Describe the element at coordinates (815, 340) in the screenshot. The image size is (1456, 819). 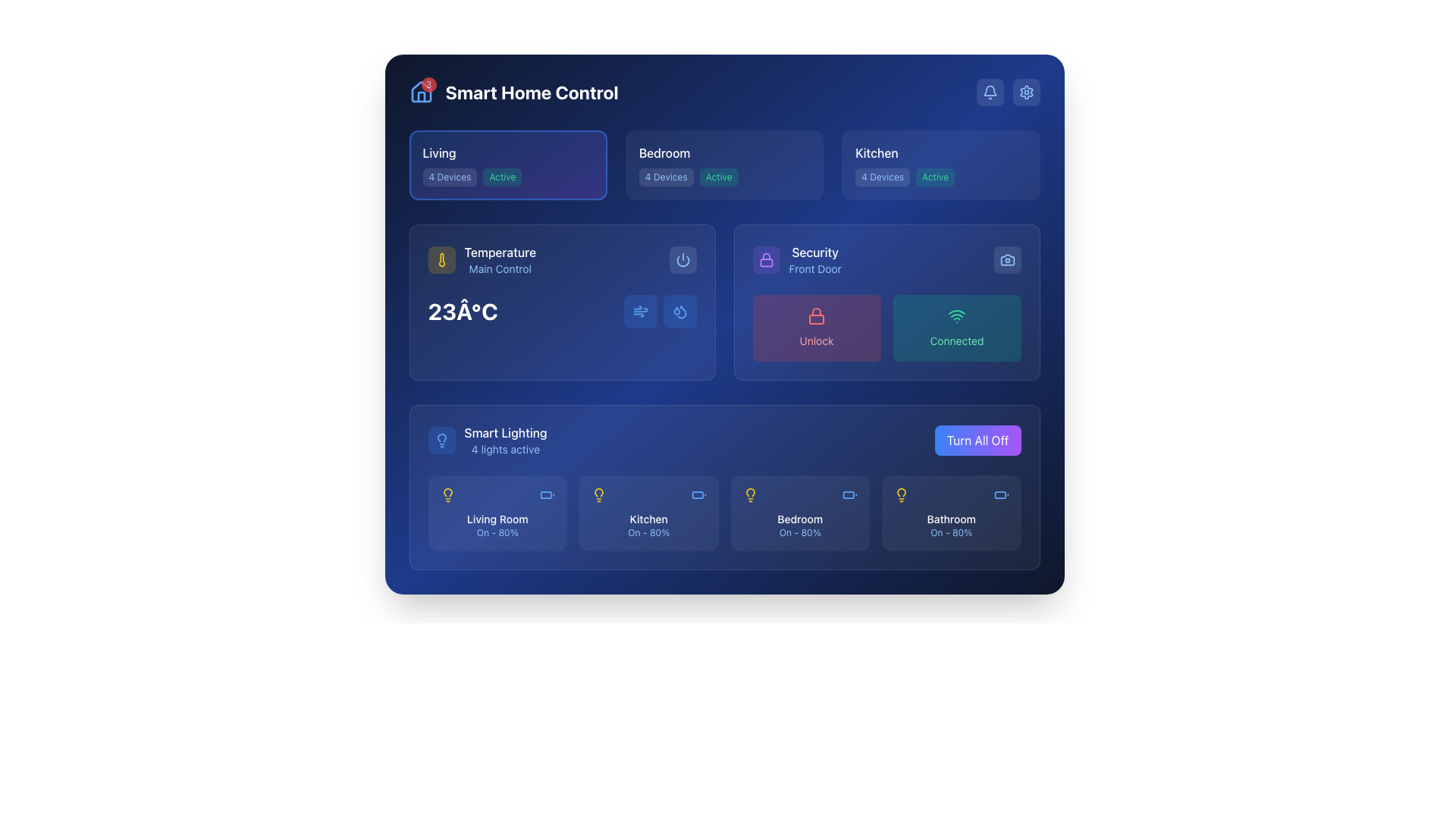
I see `the 'Unlock' text label, which is styled in light red and located within a button-like background in the 'Security' section` at that location.